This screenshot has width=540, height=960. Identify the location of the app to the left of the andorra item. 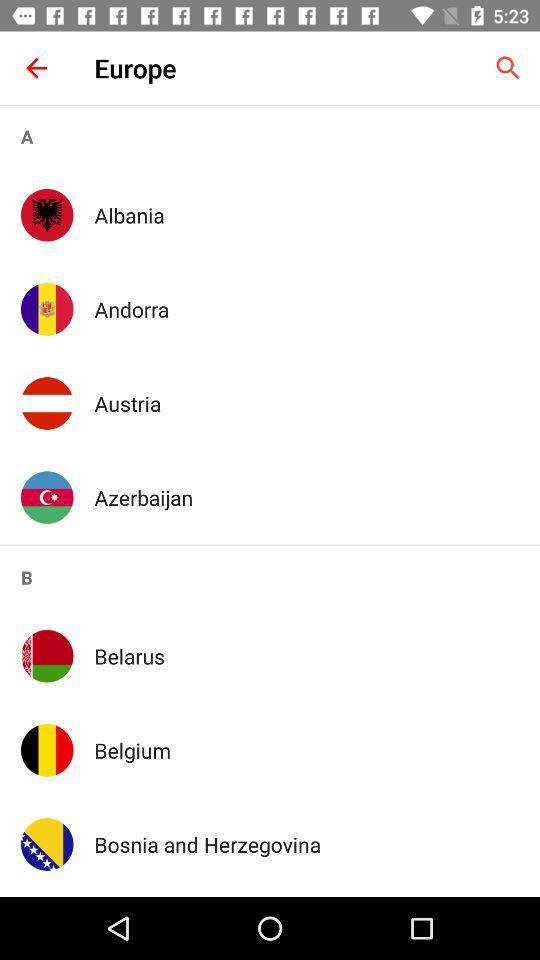
(47, 309).